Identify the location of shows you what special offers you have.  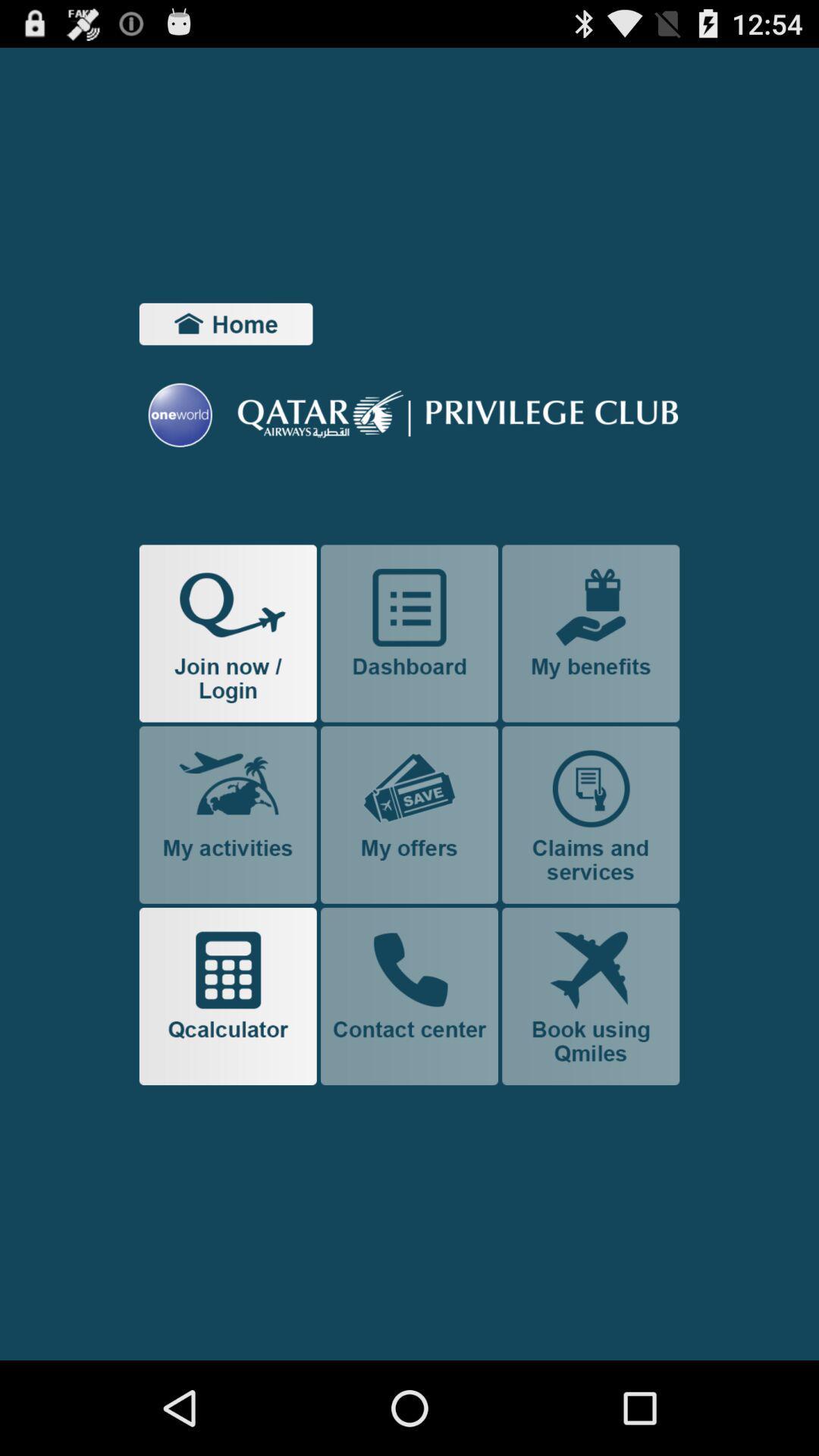
(409, 814).